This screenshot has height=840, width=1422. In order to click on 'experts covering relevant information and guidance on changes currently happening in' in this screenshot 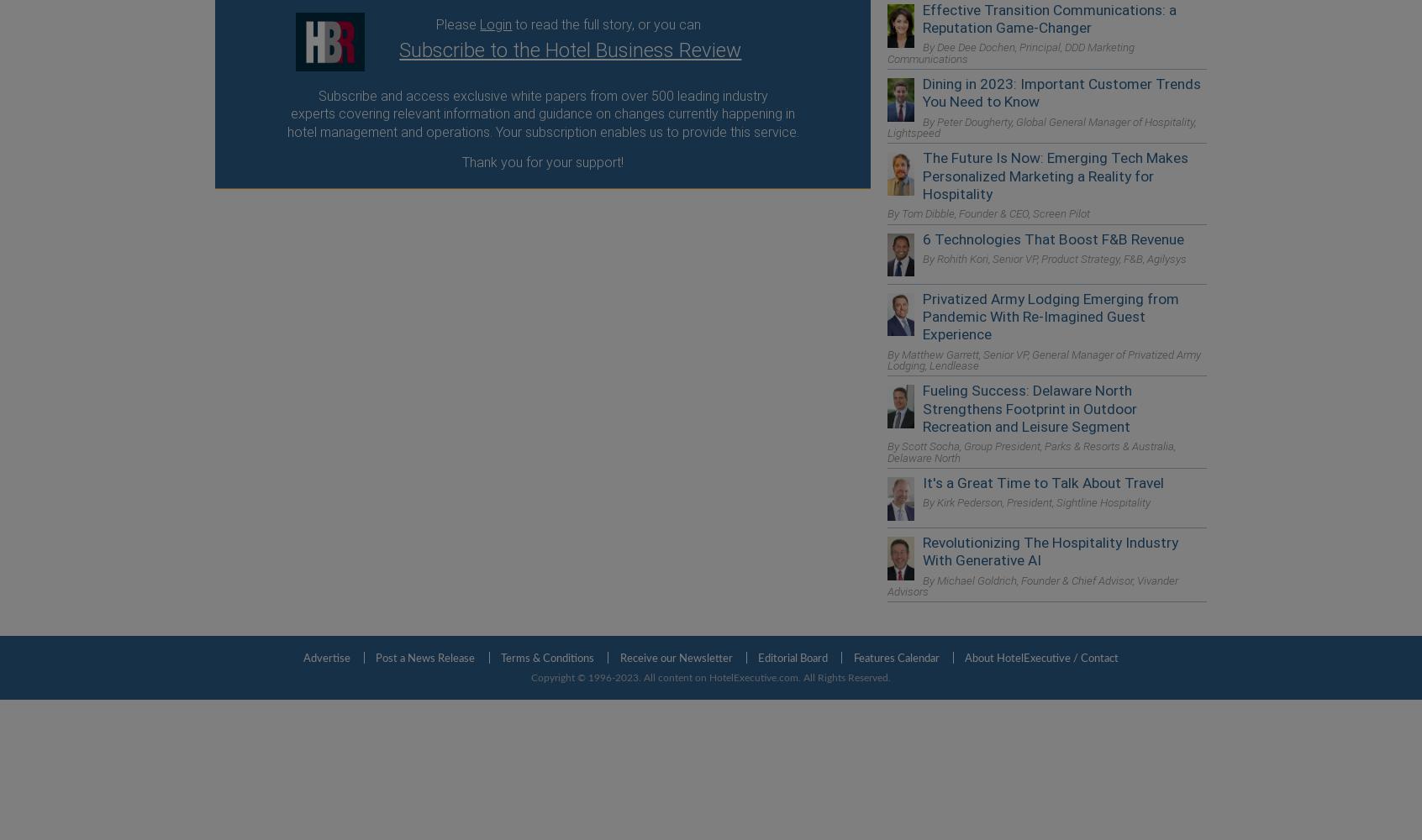, I will do `click(543, 113)`.